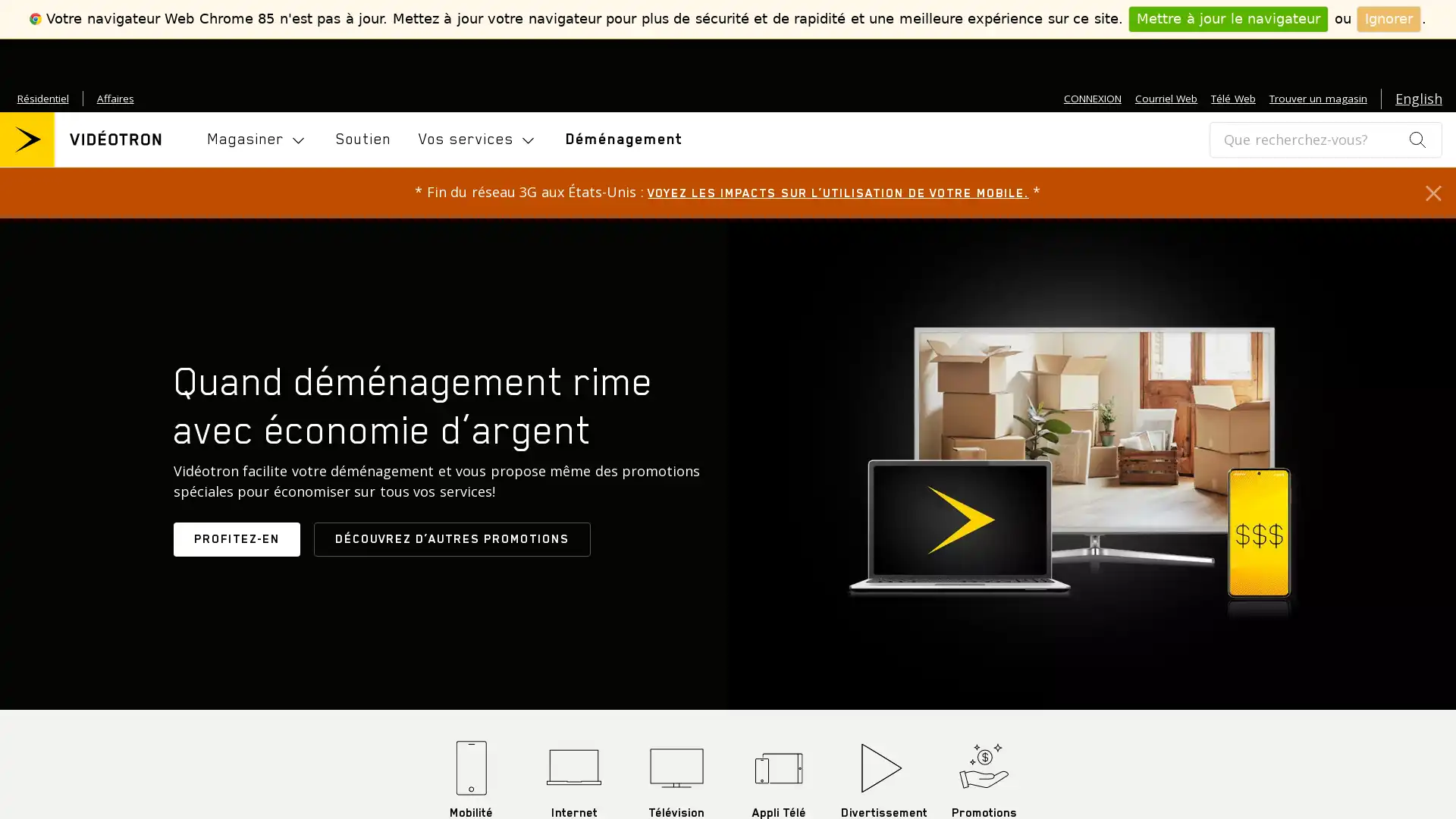 This screenshot has width=1456, height=819. I want to click on Close, so click(1432, 192).